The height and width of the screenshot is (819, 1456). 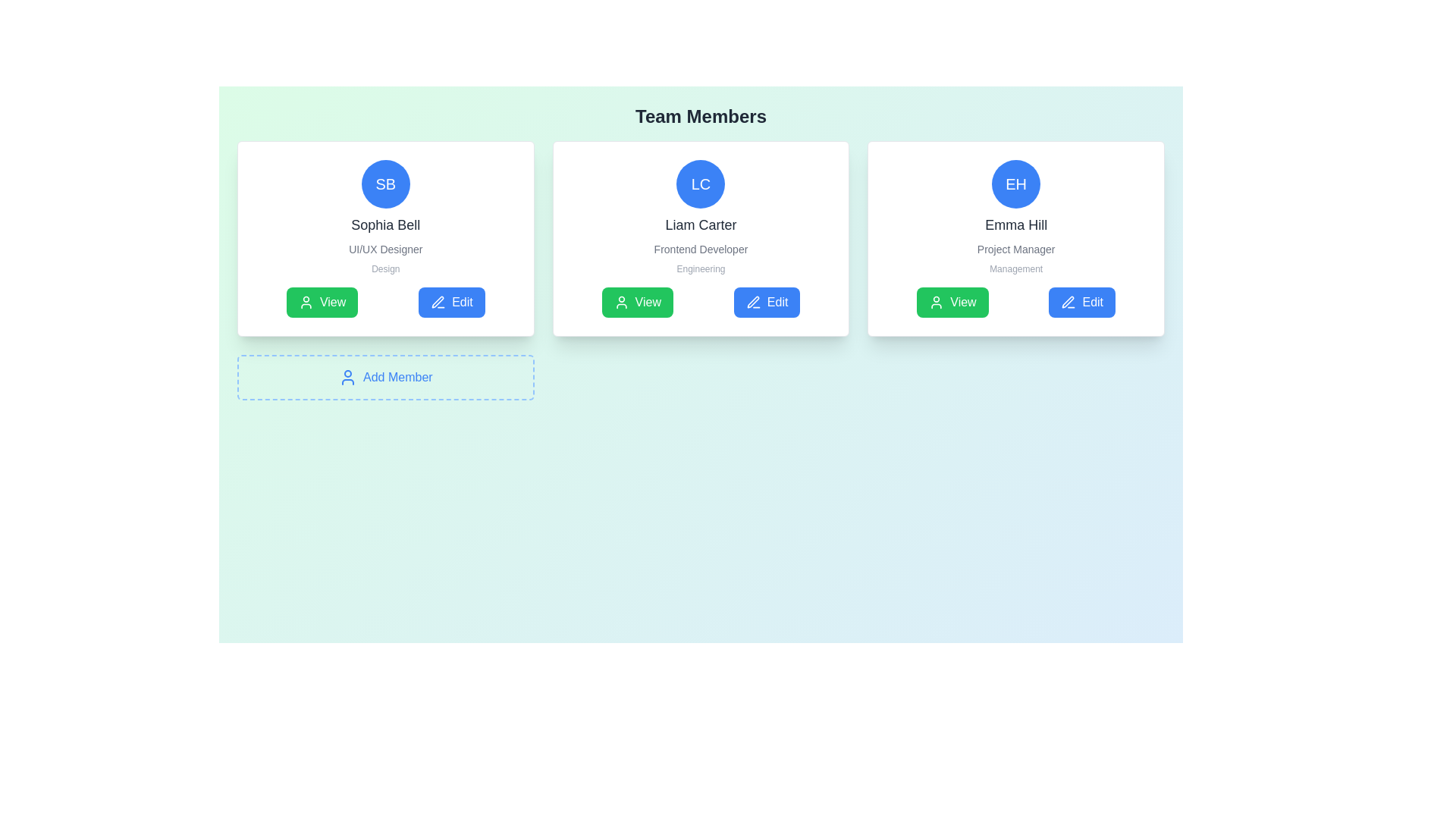 What do you see at coordinates (700, 225) in the screenshot?
I see `the text displaying 'Liam Carter', which is prominently positioned below the avatar and above the job title in the middle card layout` at bounding box center [700, 225].